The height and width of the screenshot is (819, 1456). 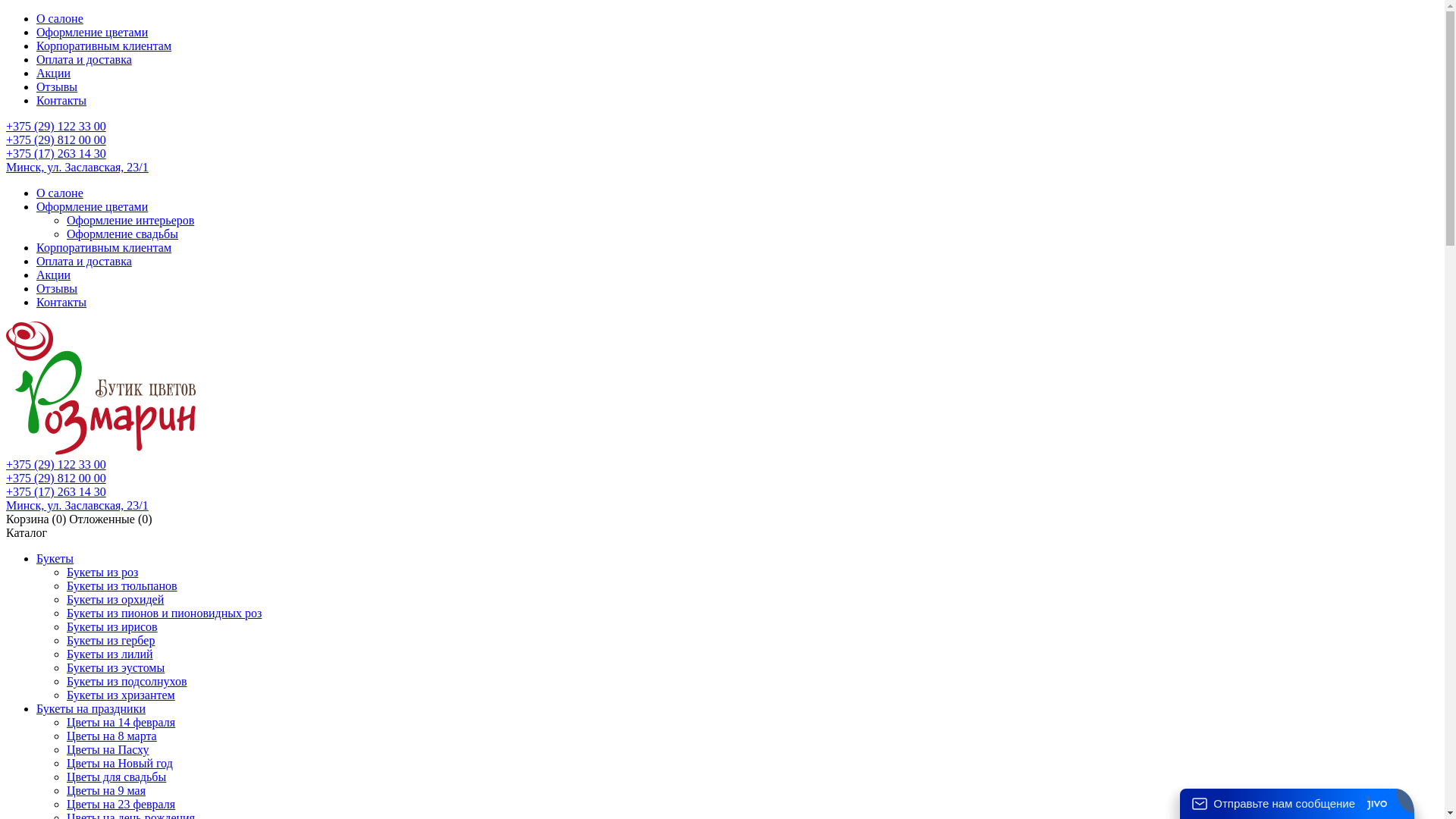 I want to click on '+375 (29) 812 00 00', so click(x=55, y=140).